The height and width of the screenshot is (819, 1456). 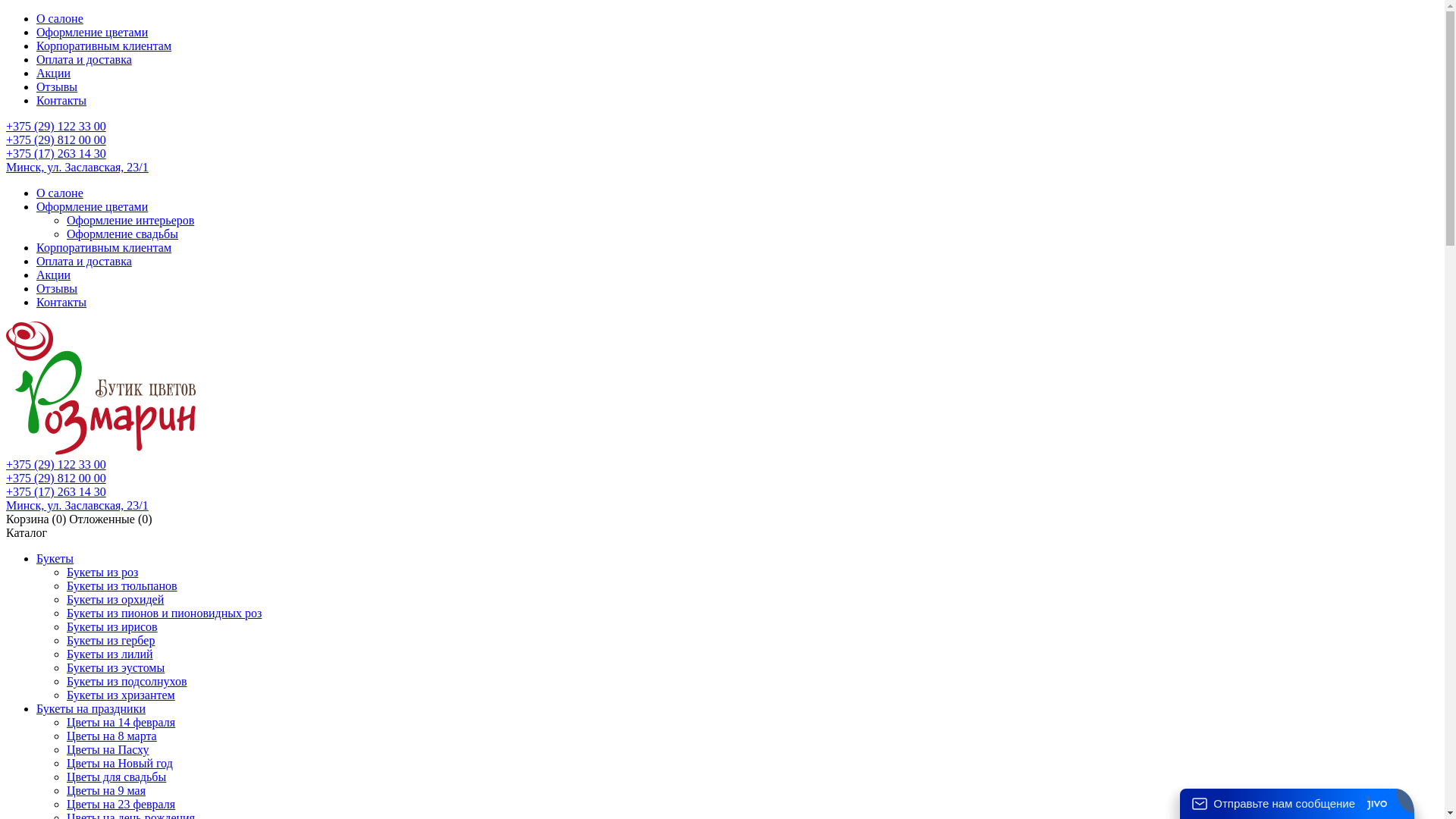 I want to click on '+375 (29) 812 00 00', so click(x=55, y=140).